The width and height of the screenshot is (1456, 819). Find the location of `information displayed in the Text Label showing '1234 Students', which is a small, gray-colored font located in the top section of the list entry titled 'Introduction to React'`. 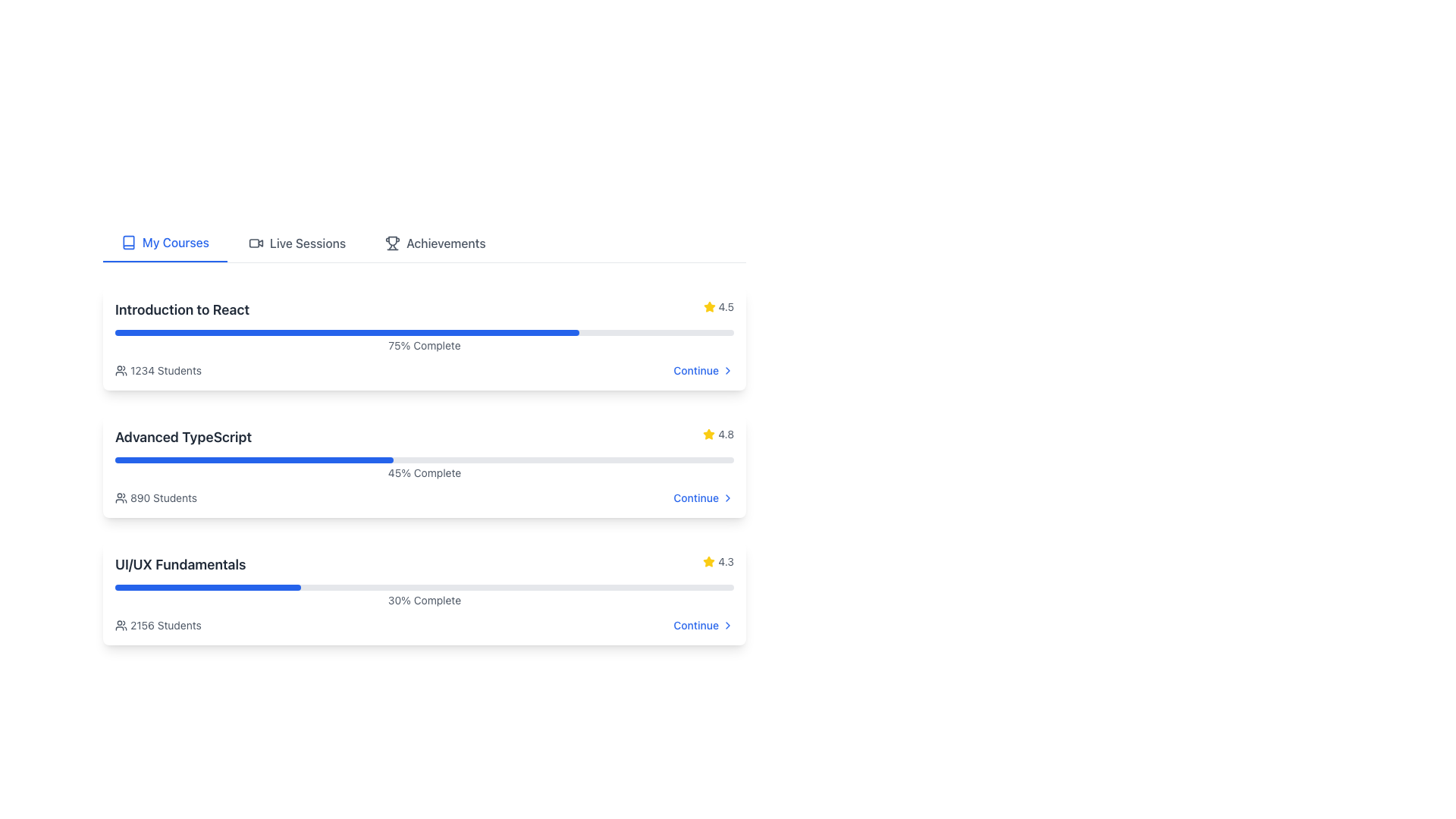

information displayed in the Text Label showing '1234 Students', which is a small, gray-colored font located in the top section of the list entry titled 'Introduction to React' is located at coordinates (166, 371).